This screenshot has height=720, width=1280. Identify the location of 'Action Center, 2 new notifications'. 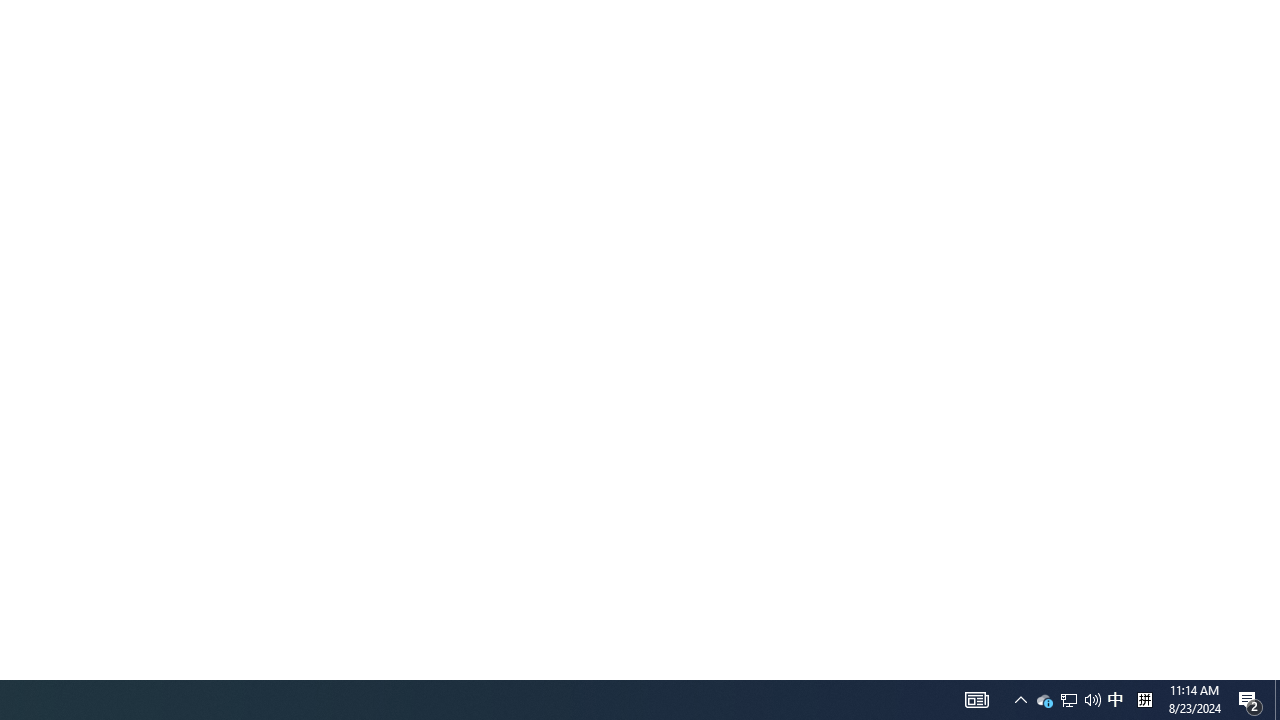
(1250, 698).